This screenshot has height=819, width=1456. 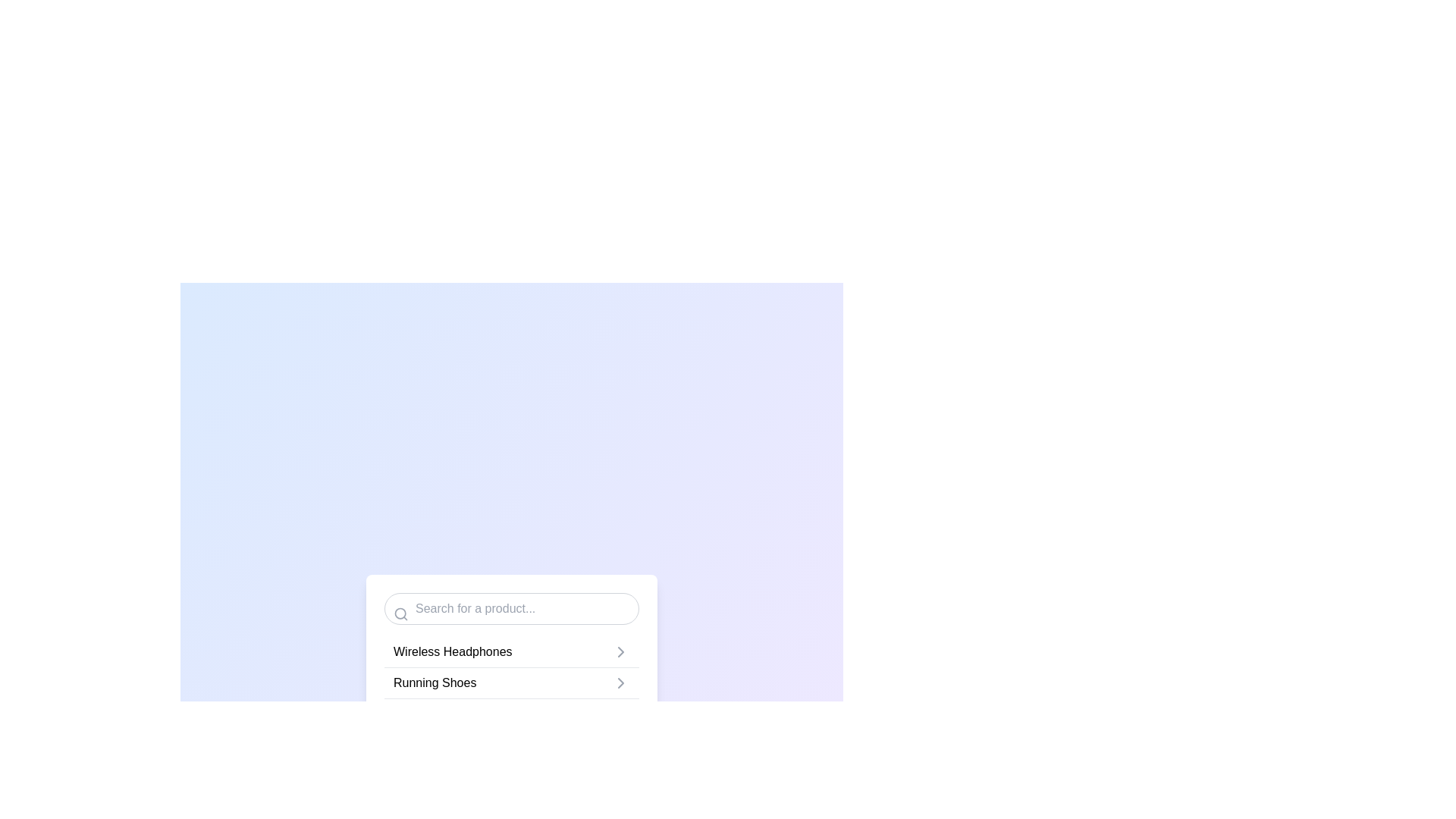 What do you see at coordinates (512, 692) in the screenshot?
I see `the second list item titled 'Running Shoes' within the white rounded rectangle` at bounding box center [512, 692].